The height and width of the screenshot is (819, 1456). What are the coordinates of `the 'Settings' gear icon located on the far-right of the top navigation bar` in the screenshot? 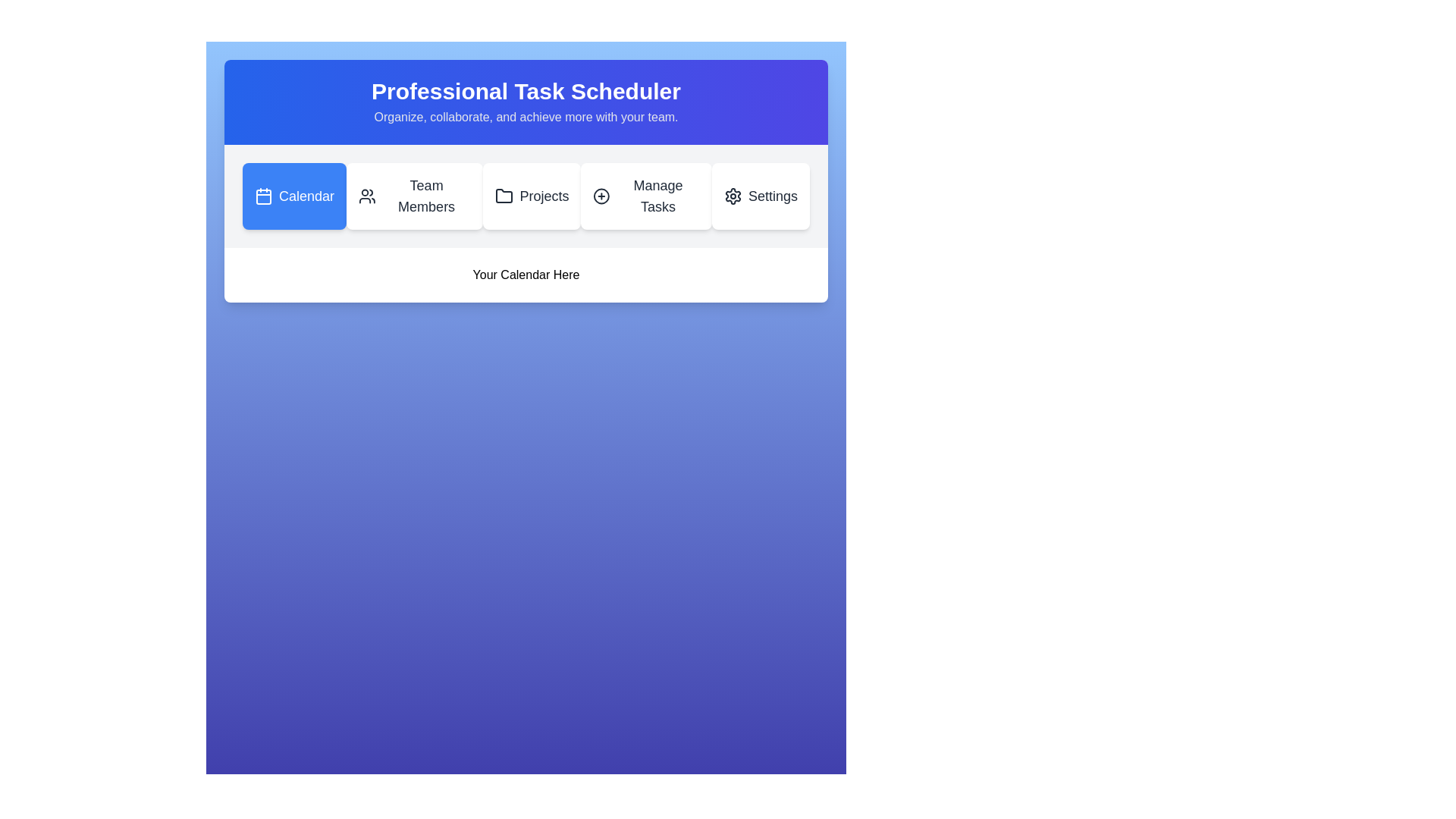 It's located at (733, 195).